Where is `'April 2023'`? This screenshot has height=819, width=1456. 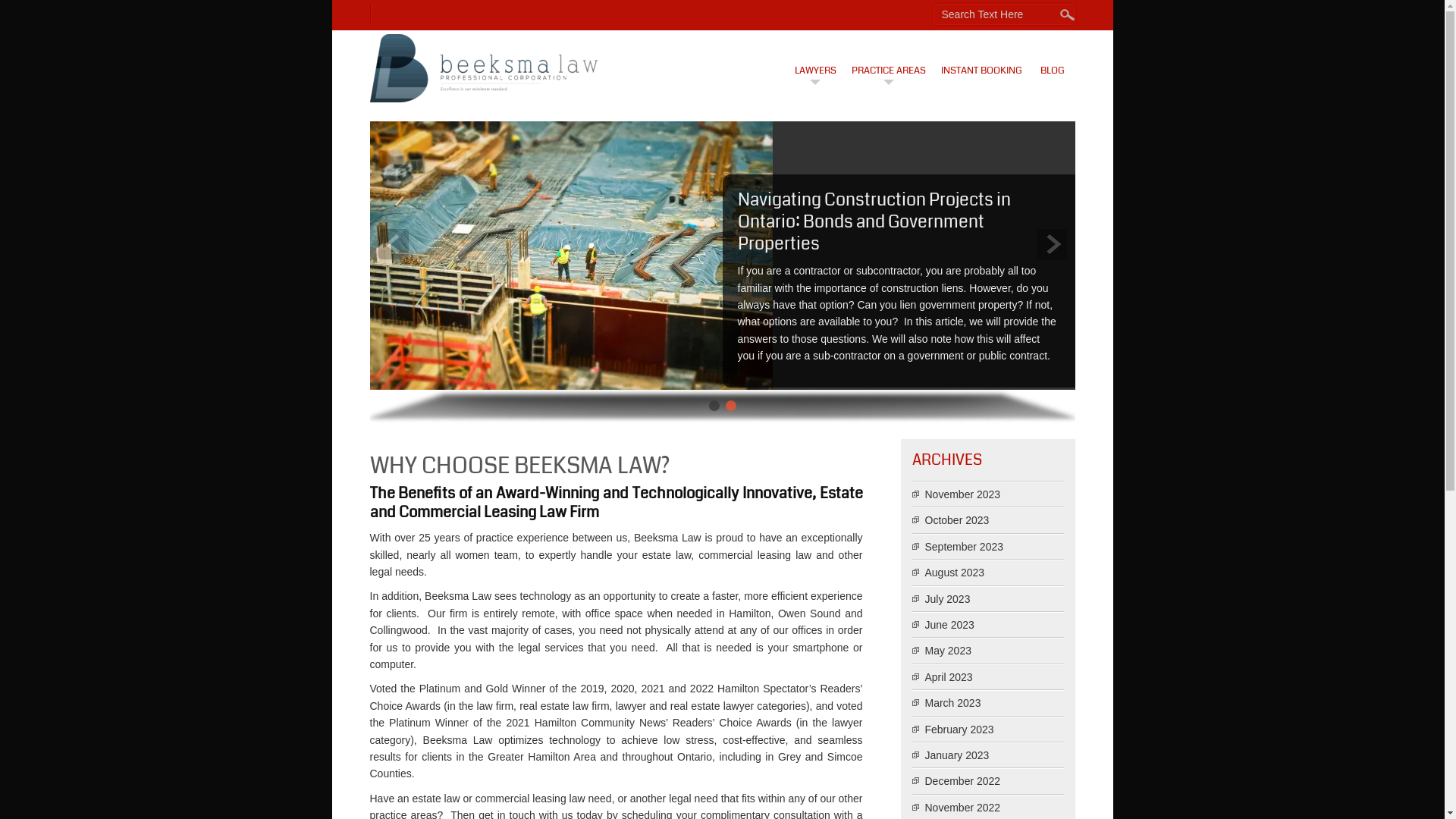
'April 2023' is located at coordinates (948, 676).